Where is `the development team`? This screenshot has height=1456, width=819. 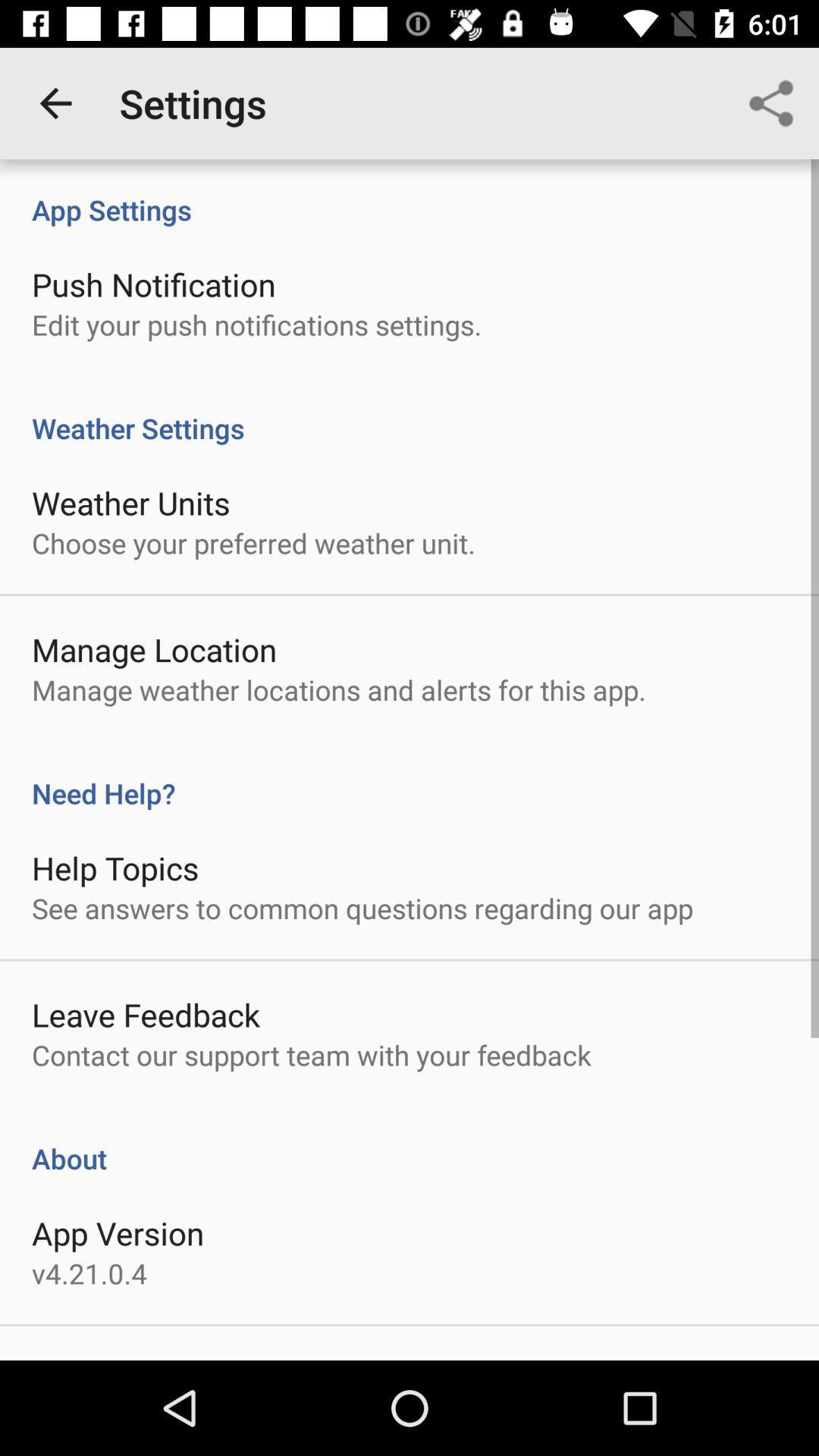
the development team is located at coordinates (168, 1359).